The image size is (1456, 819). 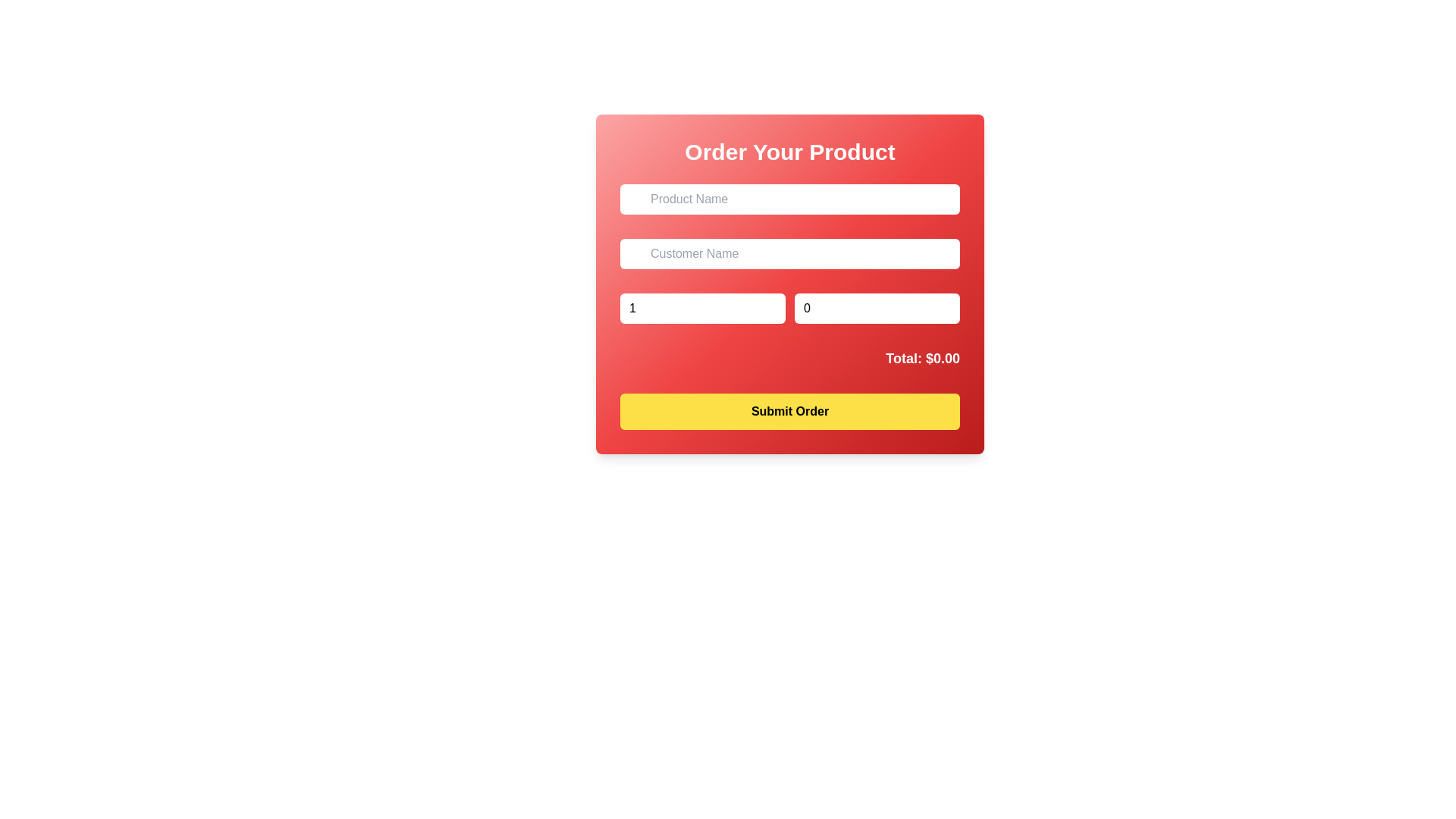 I want to click on the input box that allows the user to input a numeric value for the price per unit, located below the 'Customer Name' field and to the right of the 'Quantity' input box, so click(x=877, y=308).